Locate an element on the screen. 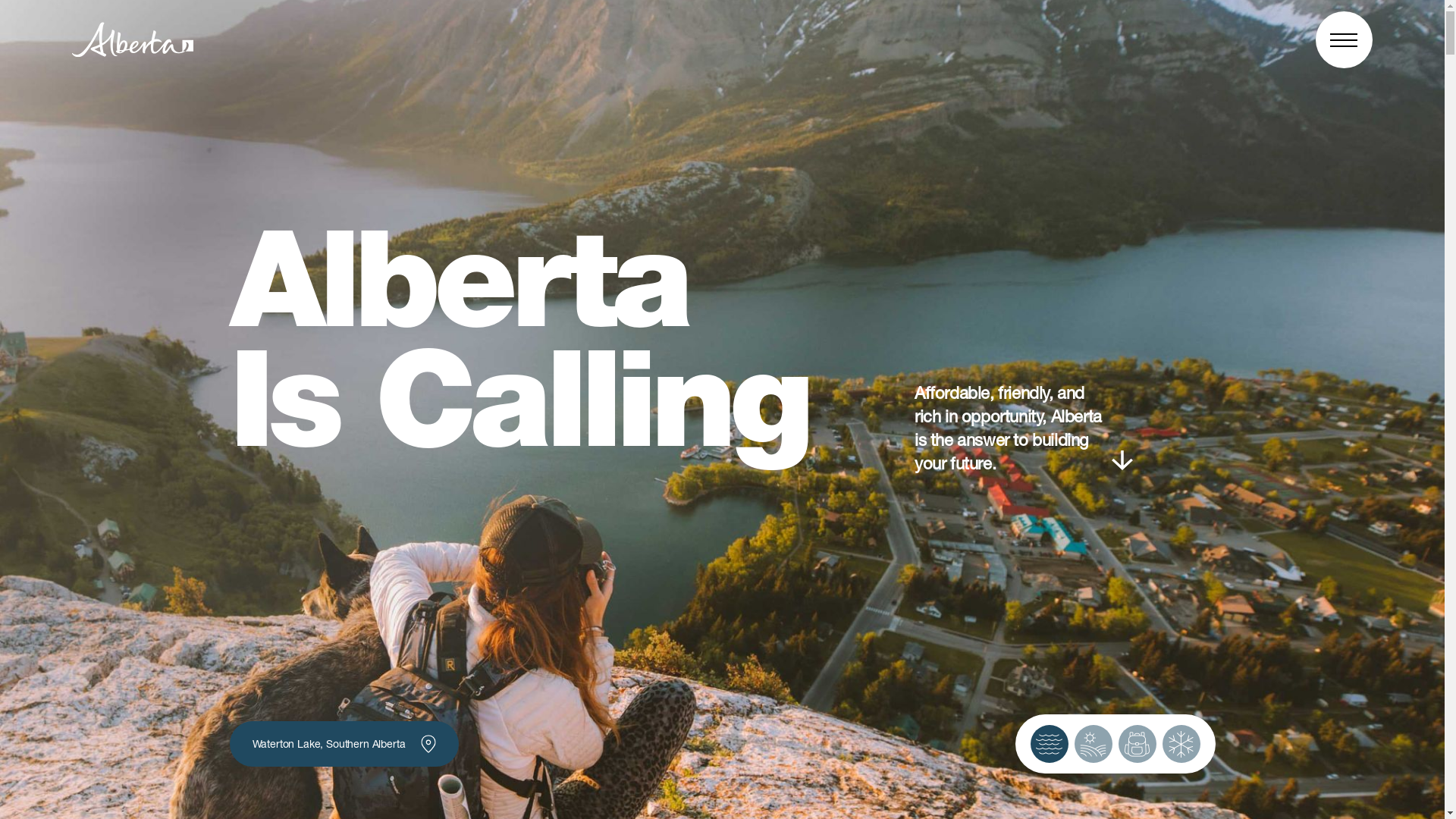  'Toggle Fall Image' is located at coordinates (1136, 742).